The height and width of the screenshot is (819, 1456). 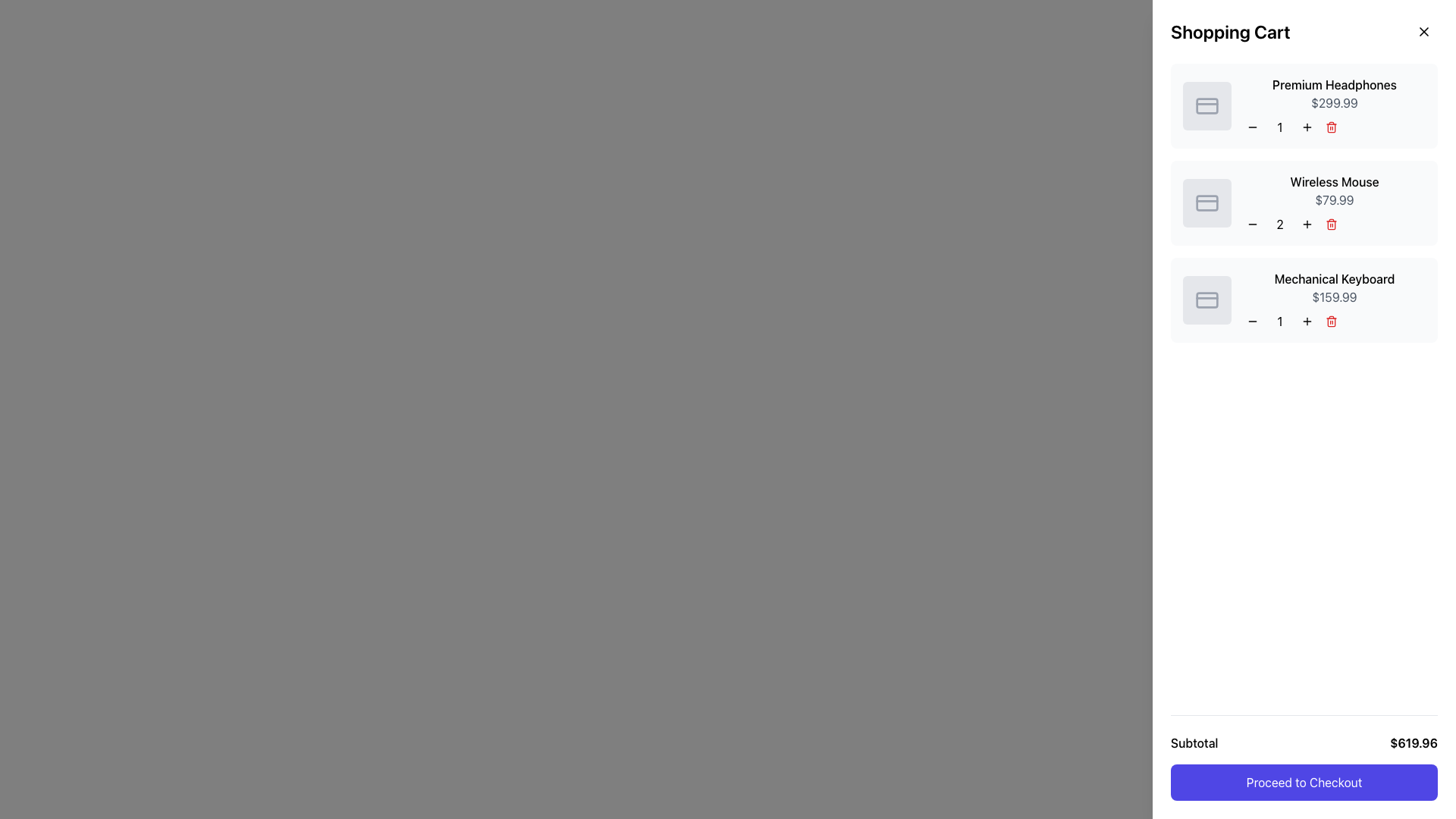 What do you see at coordinates (1331, 224) in the screenshot?
I see `the delete button for the 'Wireless Mouse' item in the shopping cart` at bounding box center [1331, 224].